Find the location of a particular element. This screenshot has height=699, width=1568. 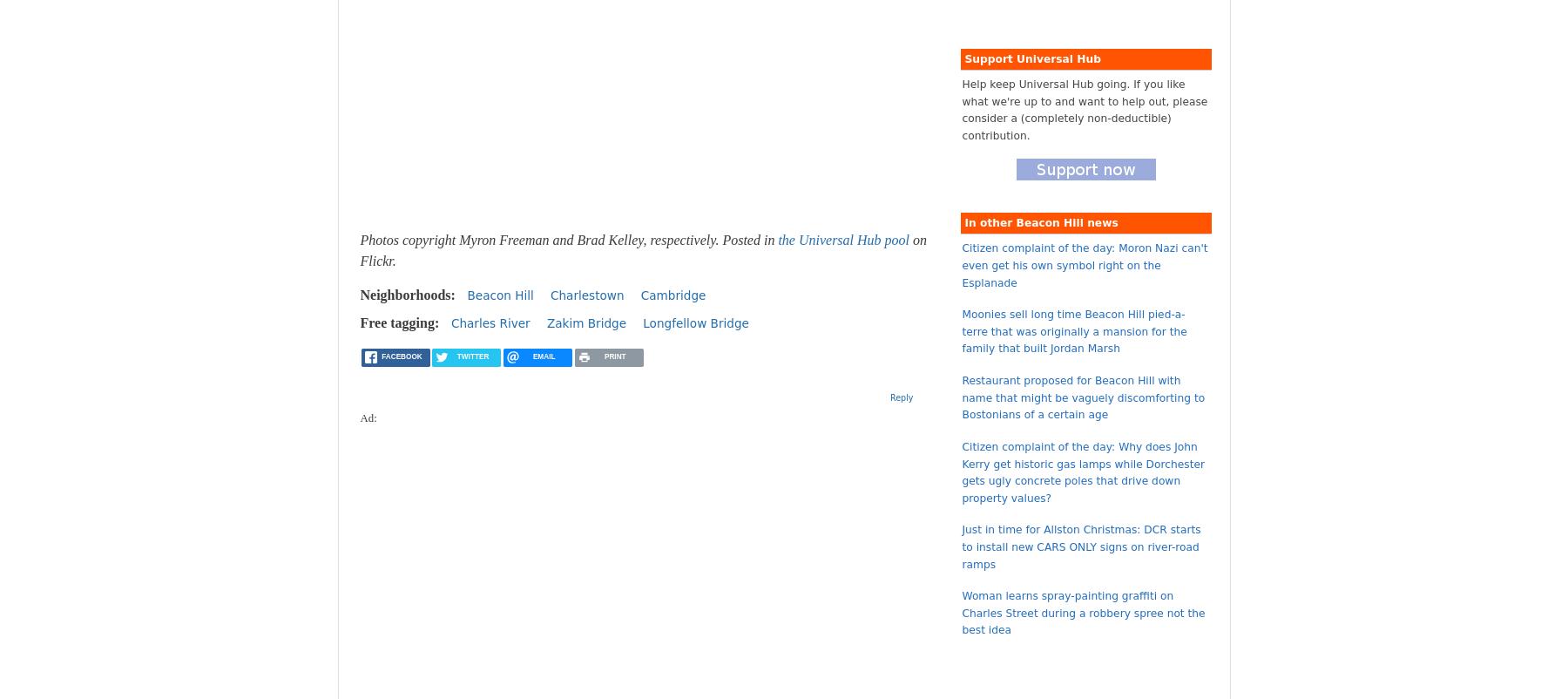

'email' is located at coordinates (544, 356).